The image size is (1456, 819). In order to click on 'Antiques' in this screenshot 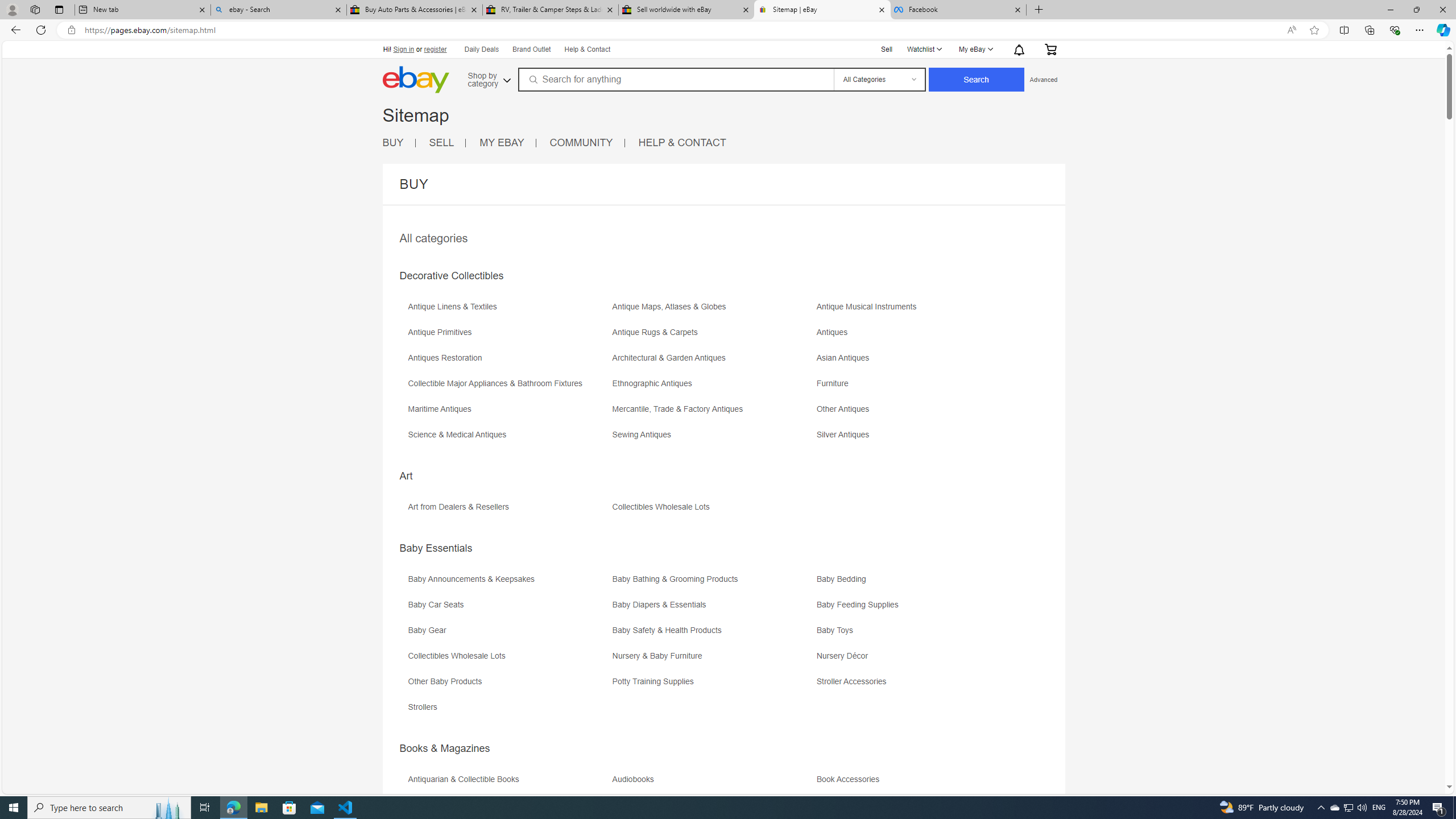, I will do `click(918, 336)`.